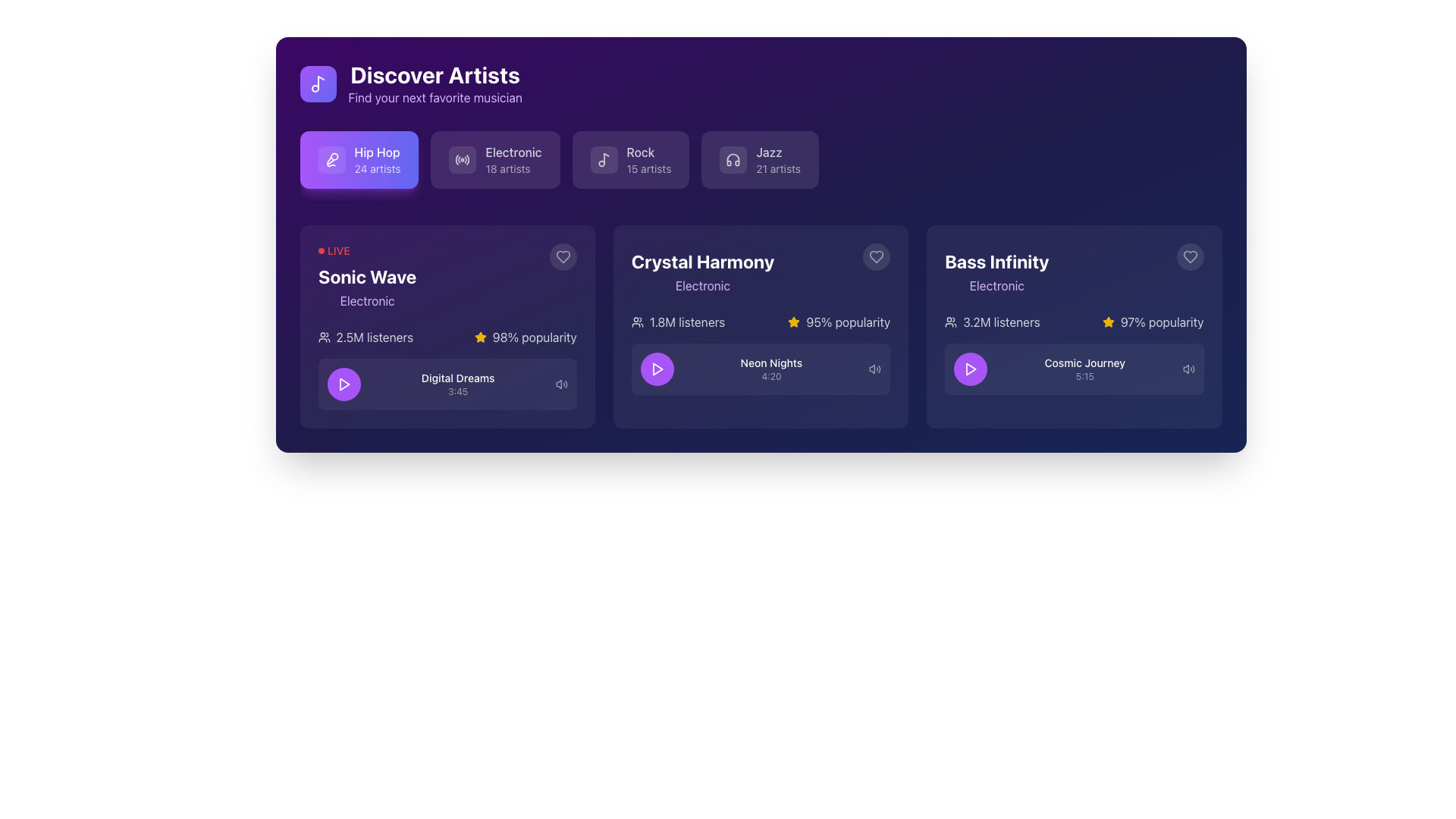 The height and width of the screenshot is (819, 1456). What do you see at coordinates (366, 336) in the screenshot?
I see `displayed text of the informative label indicating the audience size for the 'Sonic Wave' category, located beneath the title 'Sonic Wave' and above the 'Digital Dreams' track` at bounding box center [366, 336].